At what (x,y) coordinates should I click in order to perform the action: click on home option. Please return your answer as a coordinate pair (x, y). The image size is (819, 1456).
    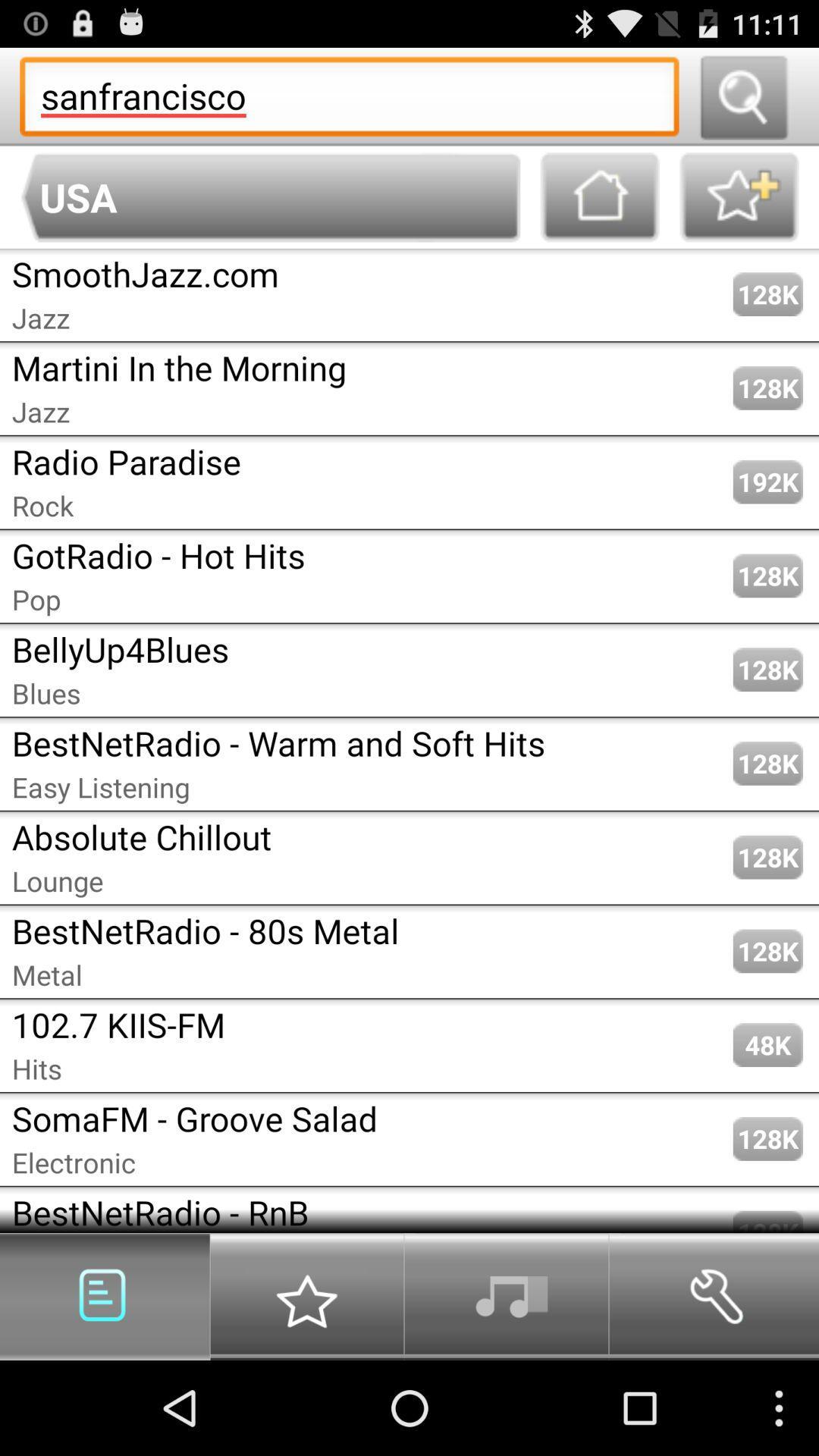
    Looking at the image, I should click on (599, 196).